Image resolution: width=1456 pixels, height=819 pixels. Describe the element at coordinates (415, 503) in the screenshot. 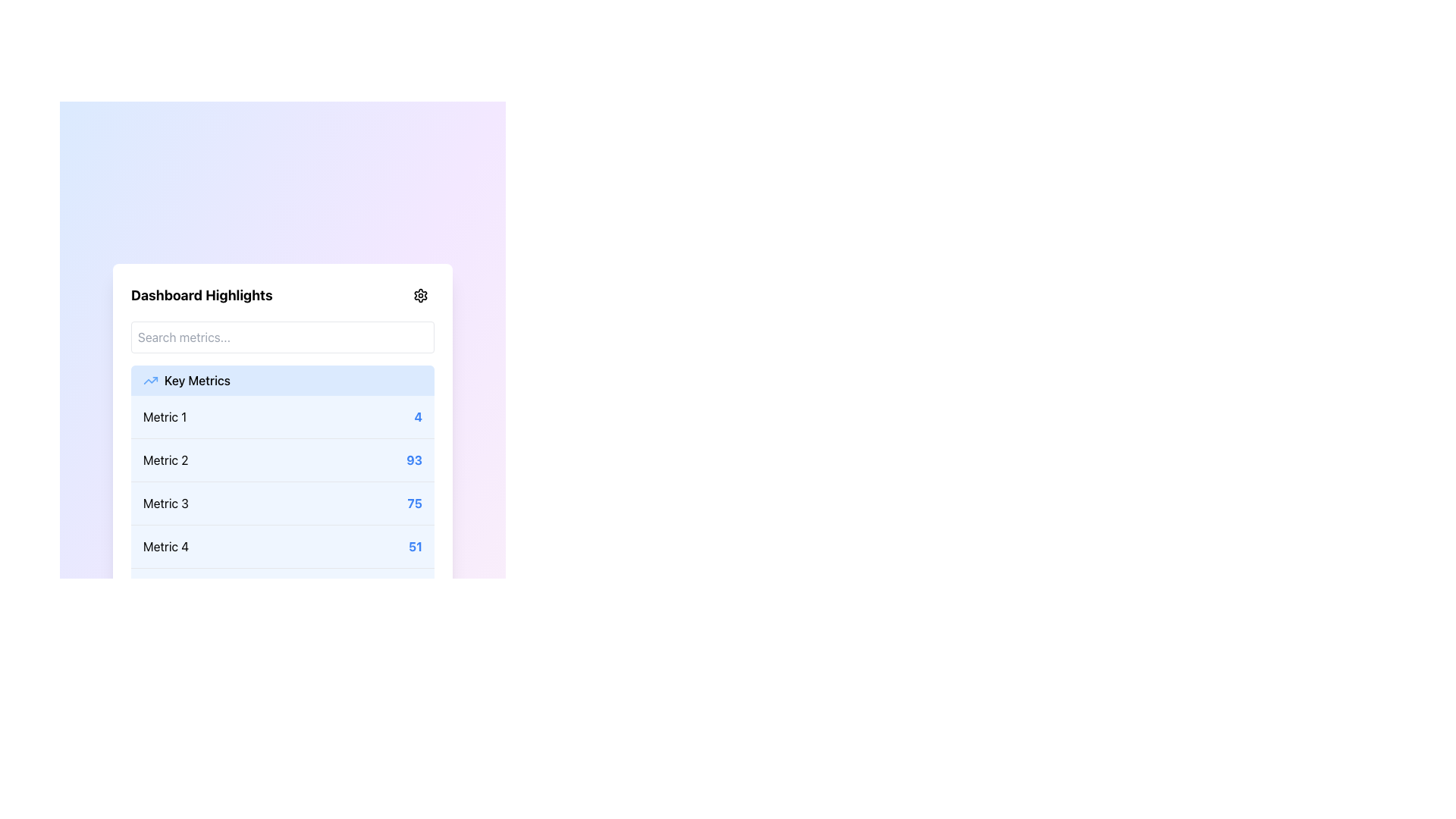

I see `the numeric text '75' styled in bold blue font, located at the right end of the row associated with 'Metric 3' in the 'Key Metrics' section` at that location.